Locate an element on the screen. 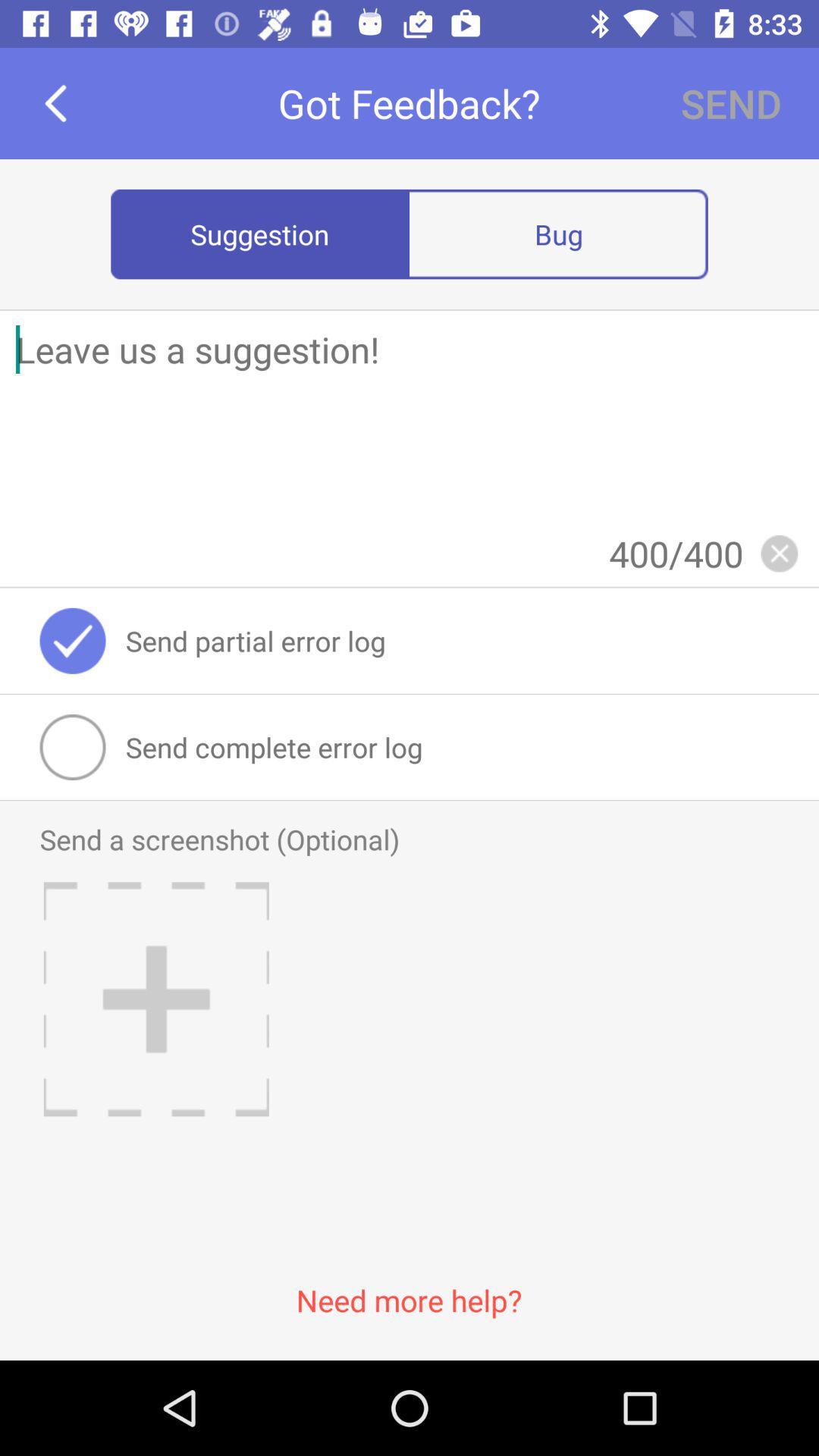  the item to the right of the 400/400 icon is located at coordinates (779, 552).